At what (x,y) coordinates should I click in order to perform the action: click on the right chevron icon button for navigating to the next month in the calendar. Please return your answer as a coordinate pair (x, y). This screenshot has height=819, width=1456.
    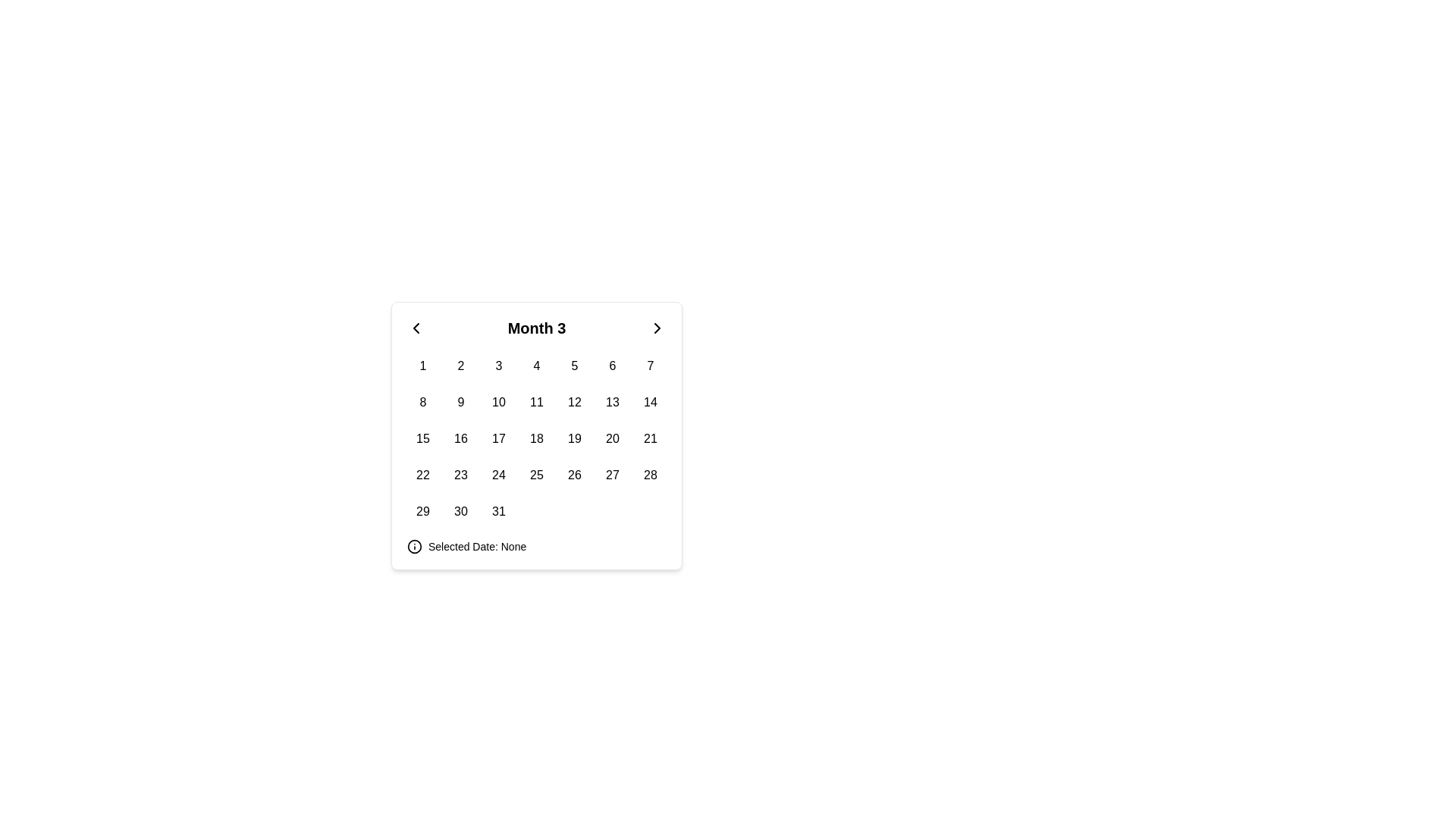
    Looking at the image, I should click on (657, 327).